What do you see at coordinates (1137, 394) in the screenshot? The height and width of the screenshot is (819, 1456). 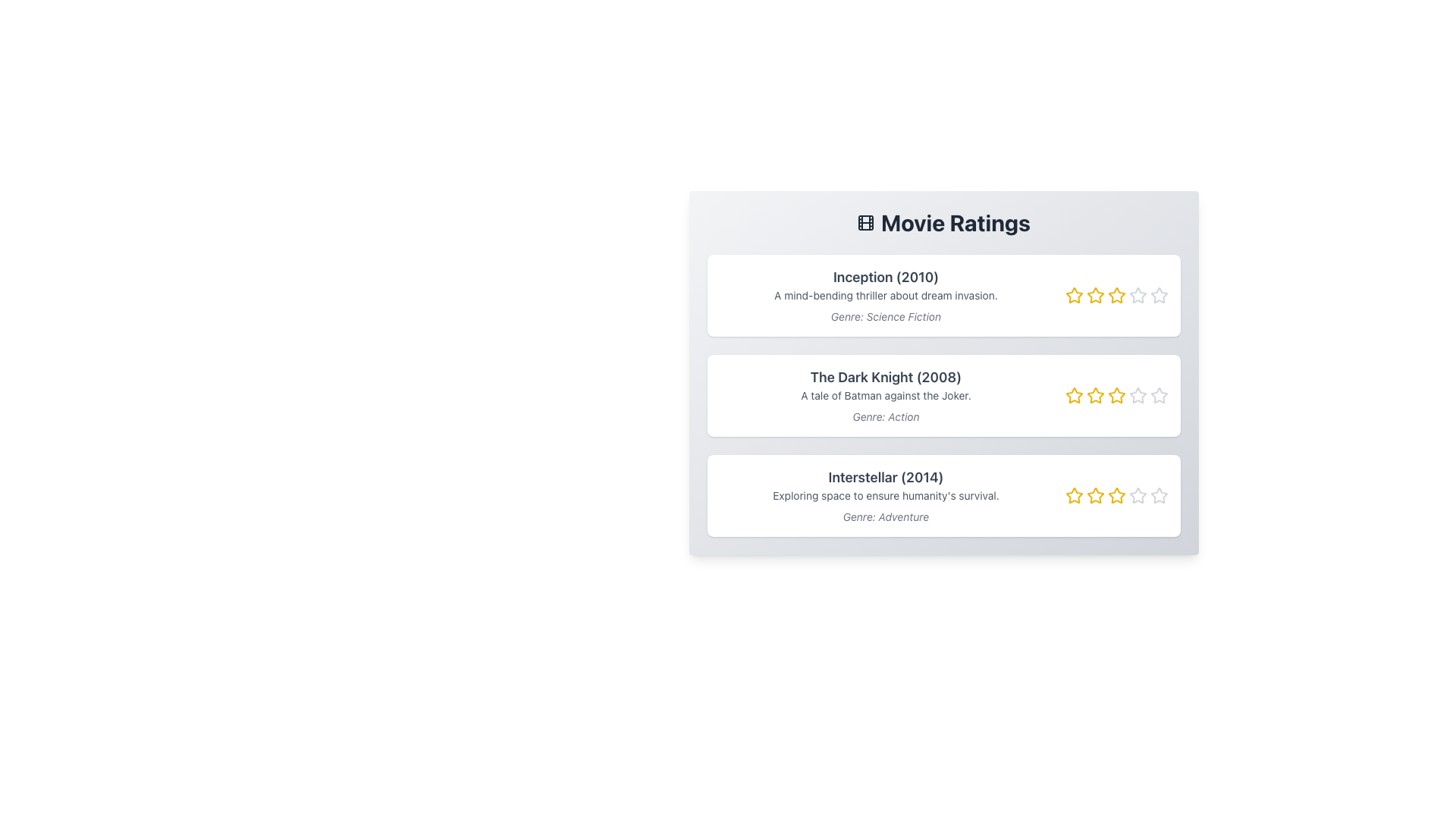 I see `the fifth Interactive Rating Star in the movie rating list for 'The Dark Knight (2008)'` at bounding box center [1137, 394].